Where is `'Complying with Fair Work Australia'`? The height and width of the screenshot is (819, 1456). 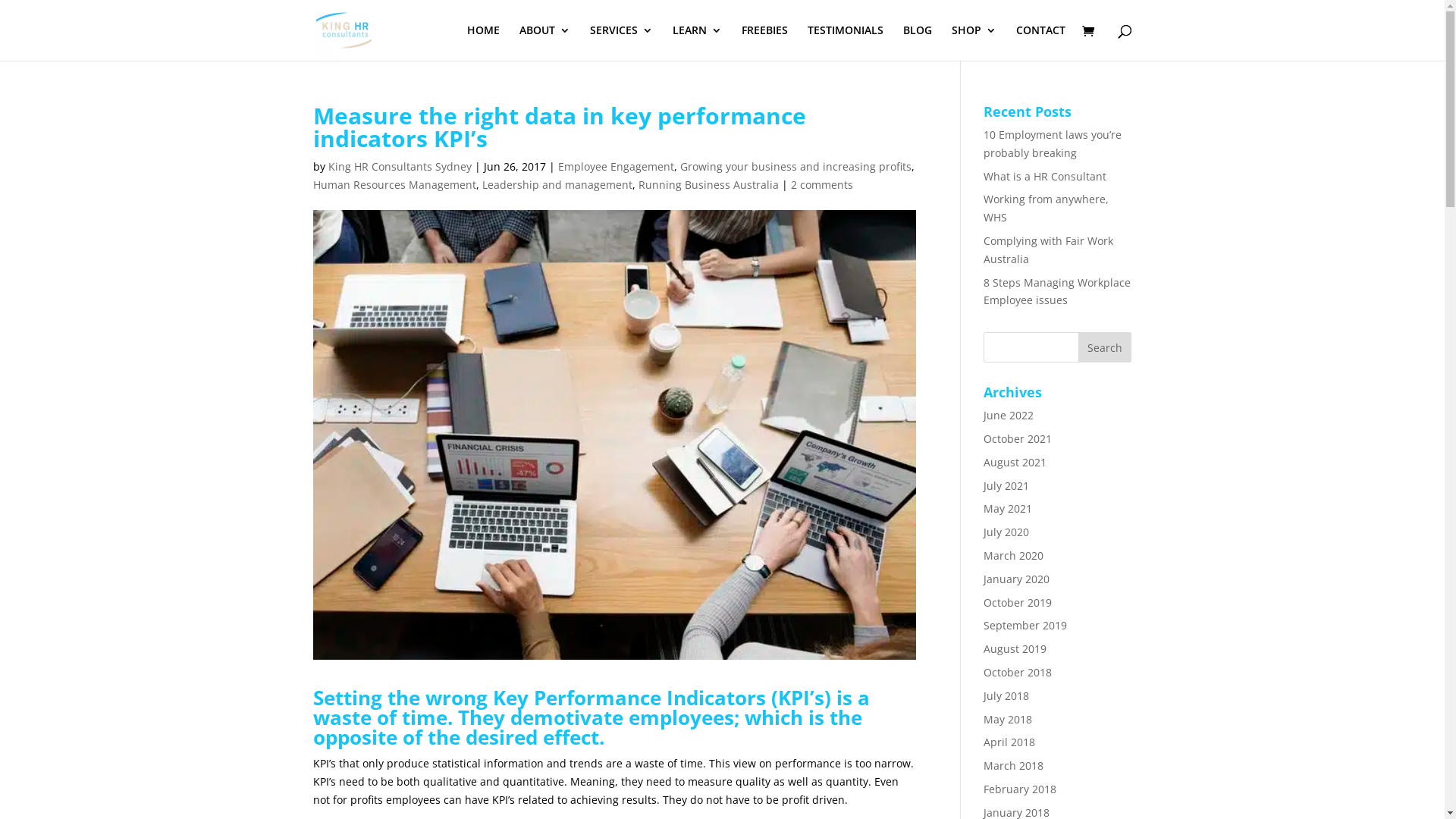
'Complying with Fair Work Australia' is located at coordinates (983, 249).